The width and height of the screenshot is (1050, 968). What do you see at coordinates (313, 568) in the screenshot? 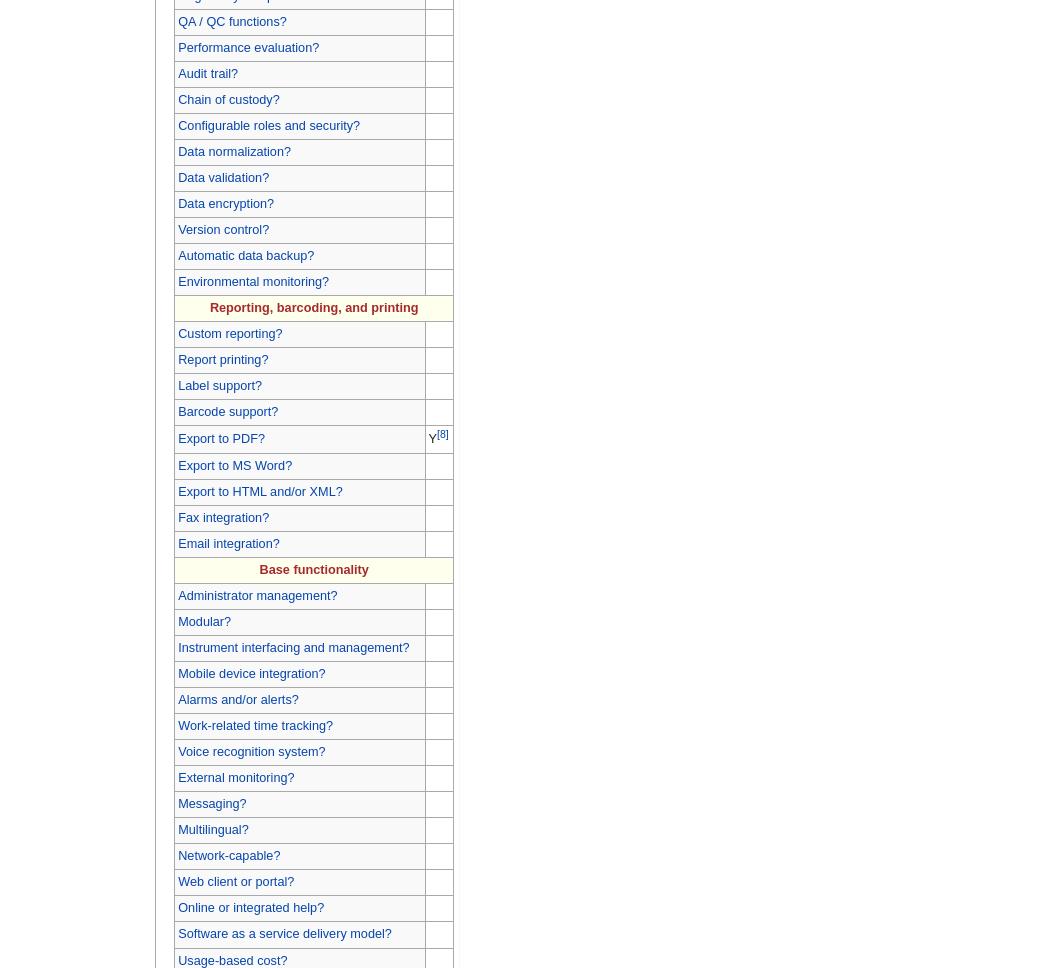
I see `'Base functionality'` at bounding box center [313, 568].